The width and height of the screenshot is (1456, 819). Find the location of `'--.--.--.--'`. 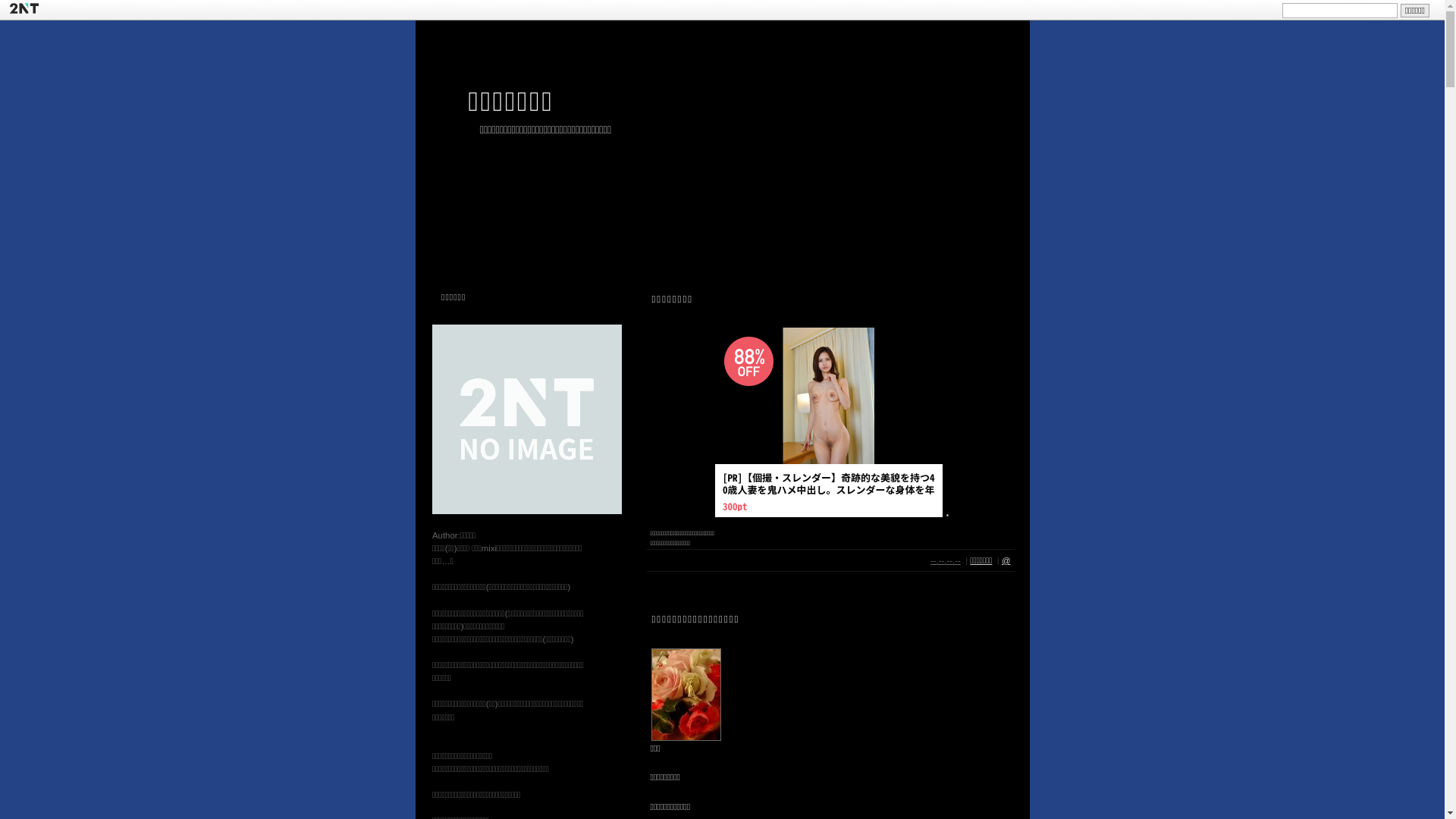

'--.--.--.--' is located at coordinates (945, 560).